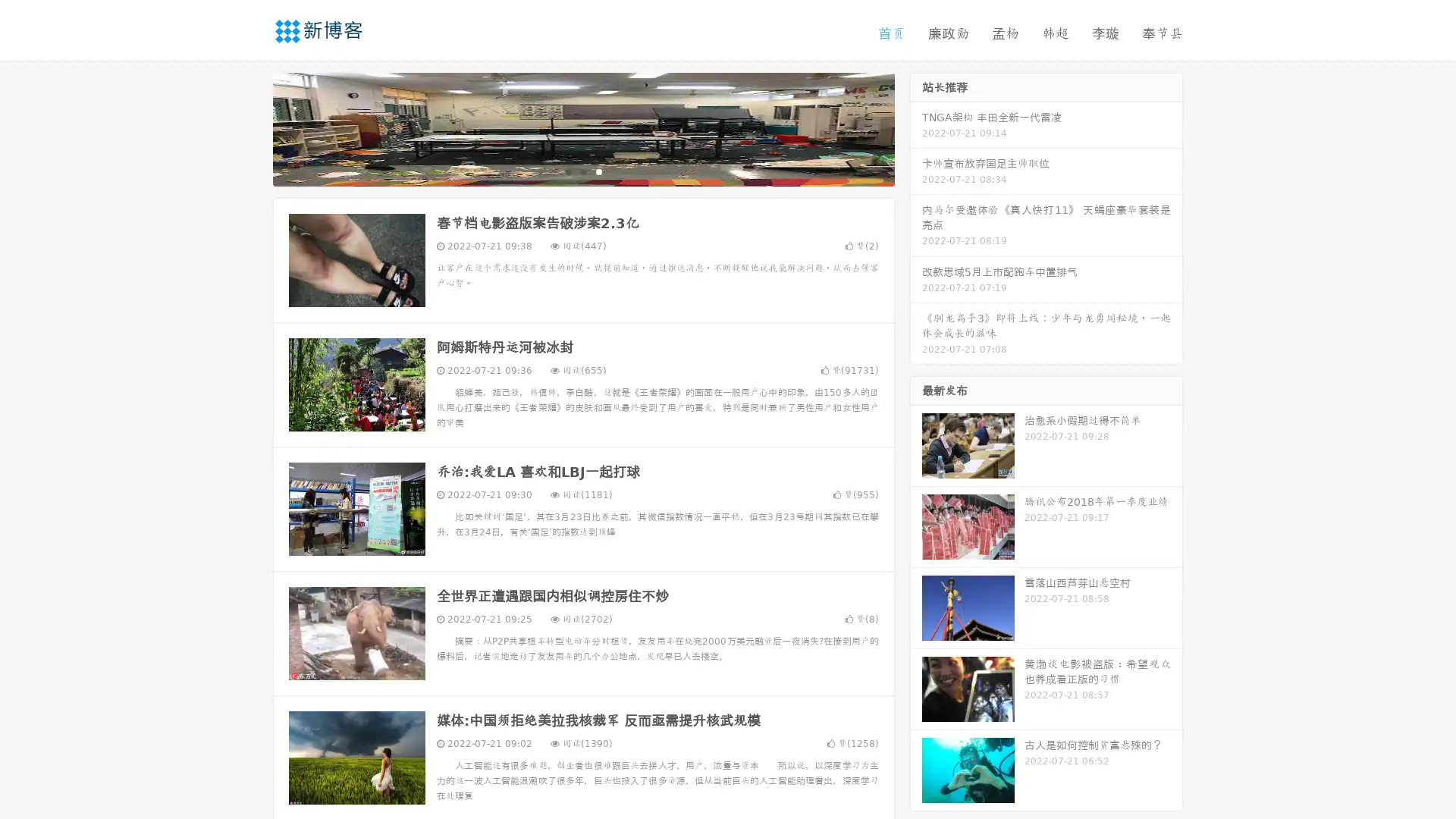 The image size is (1456, 819). What do you see at coordinates (582, 171) in the screenshot?
I see `Go to slide 2` at bounding box center [582, 171].